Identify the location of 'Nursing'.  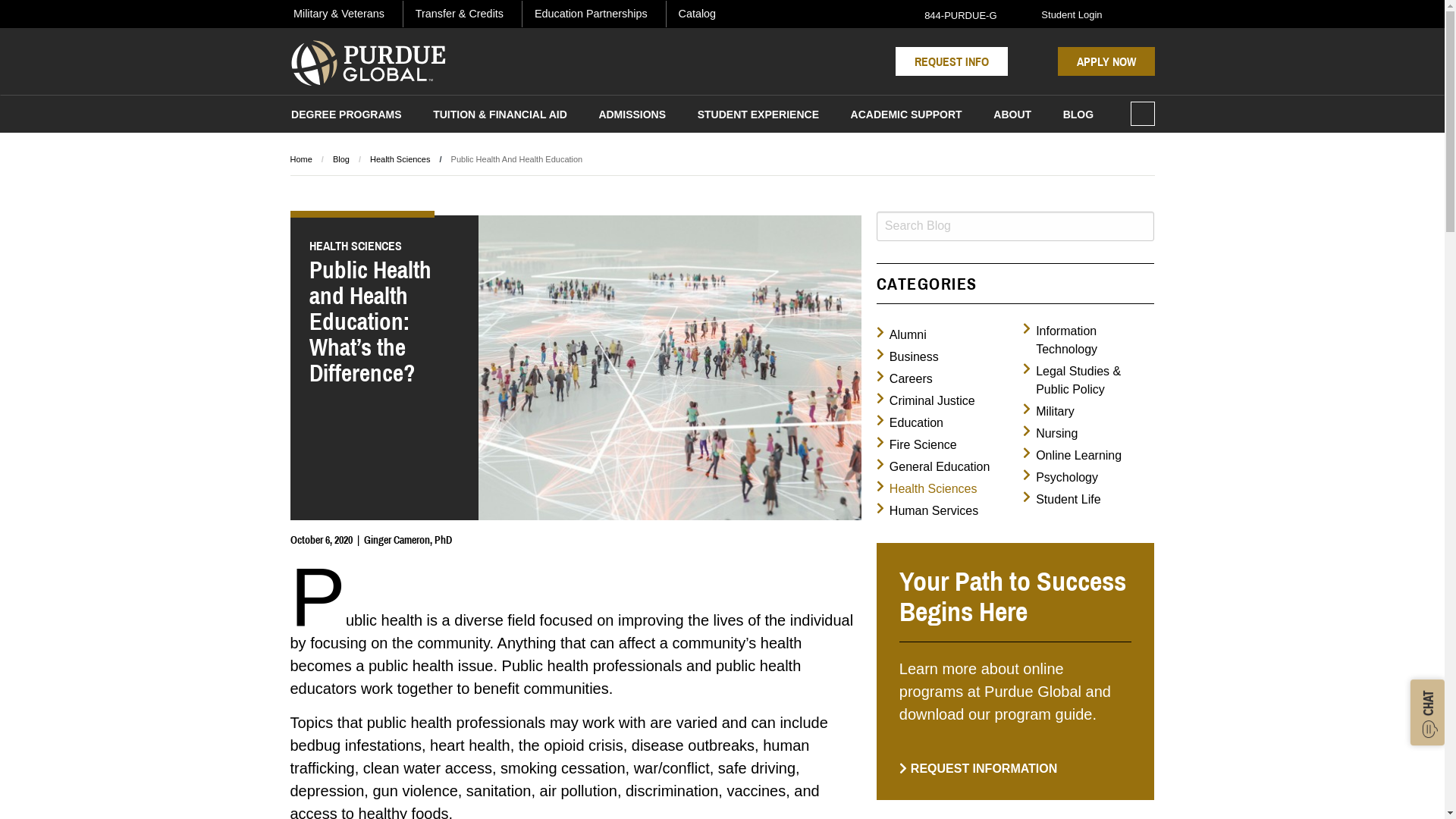
(1050, 433).